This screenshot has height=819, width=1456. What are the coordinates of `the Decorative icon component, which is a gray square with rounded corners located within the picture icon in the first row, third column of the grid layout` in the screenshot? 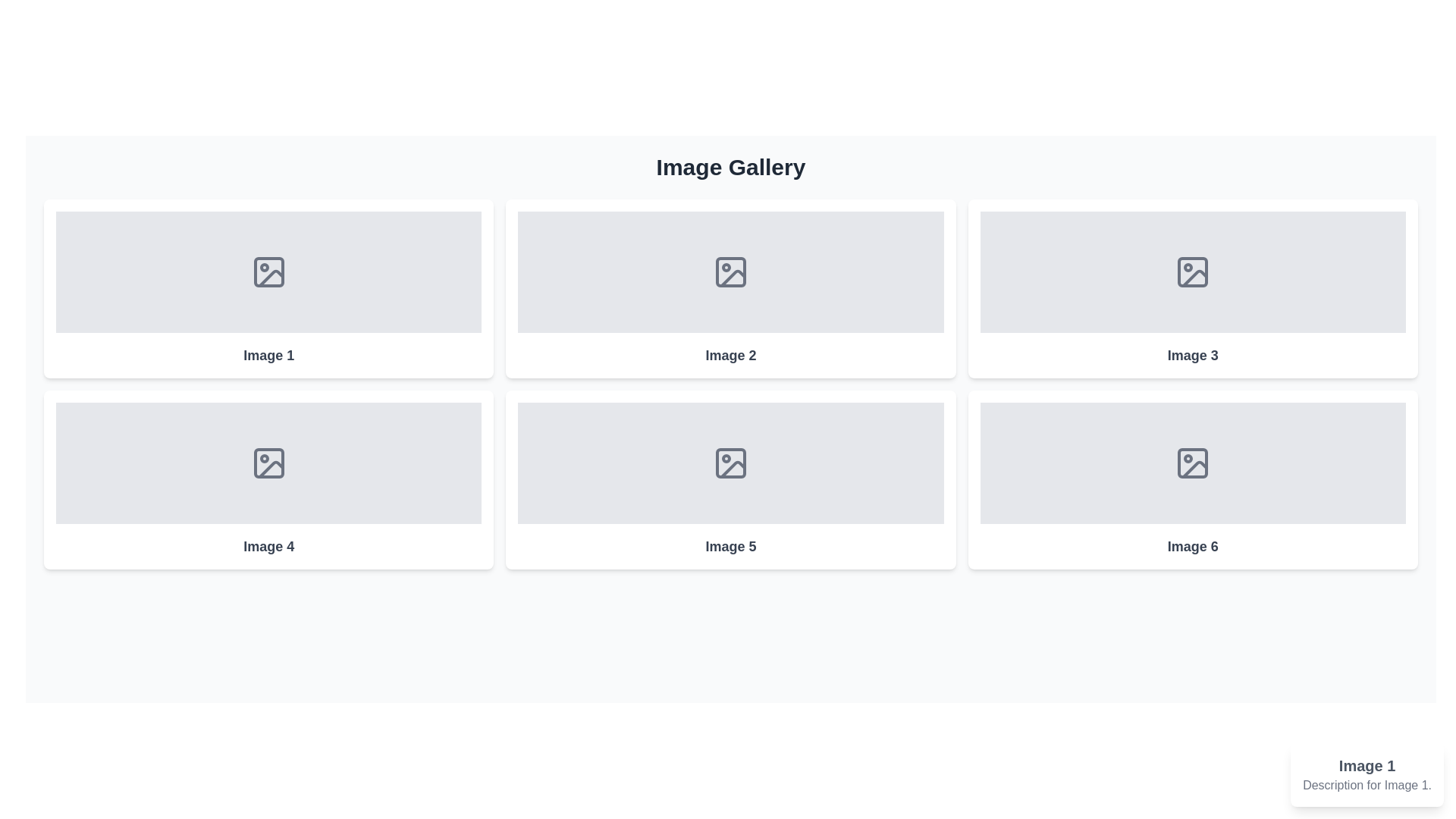 It's located at (1192, 271).